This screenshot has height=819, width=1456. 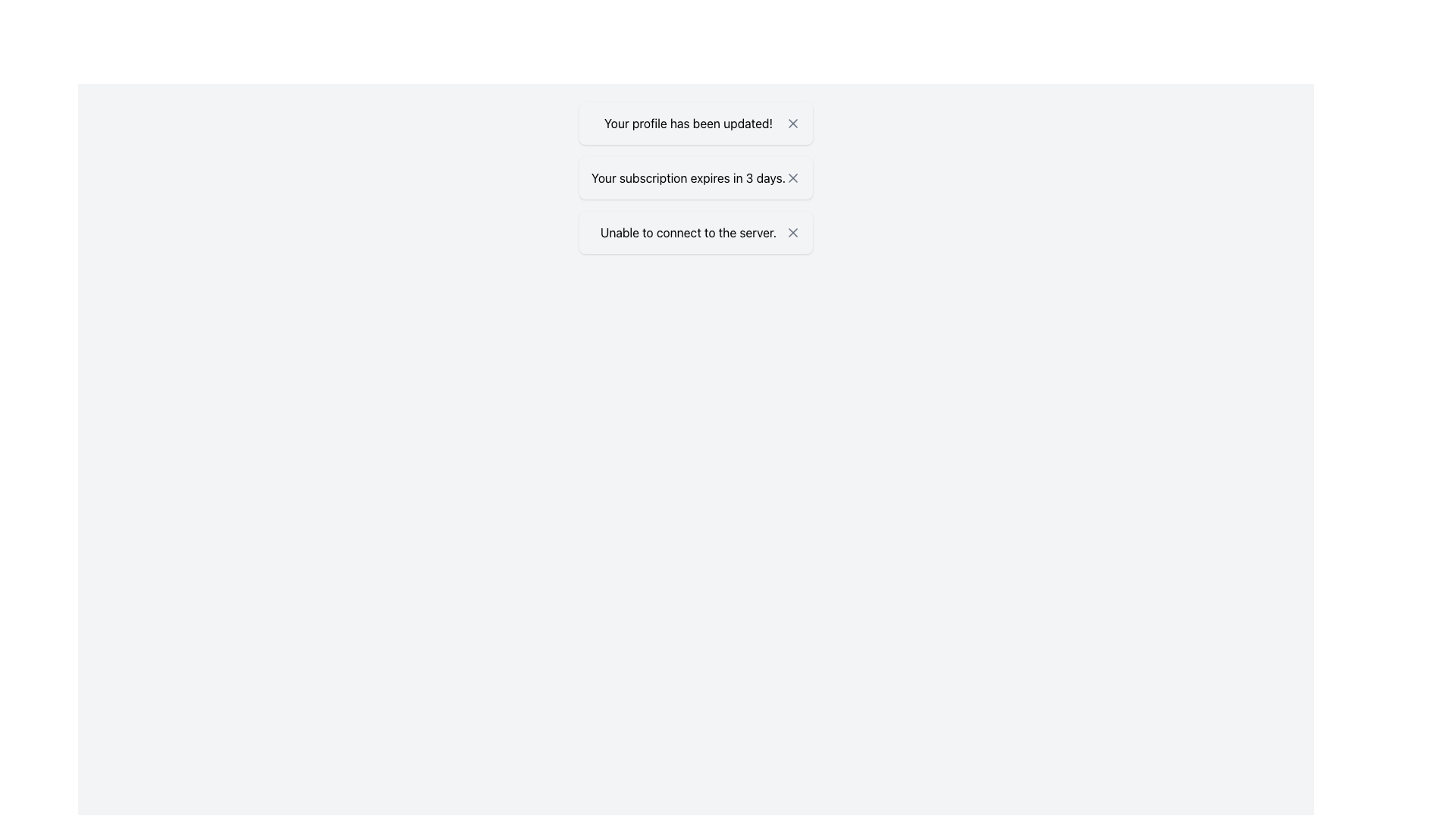 I want to click on the 'X' close button icon in the upper-right corner of the notification card, so click(x=792, y=233).